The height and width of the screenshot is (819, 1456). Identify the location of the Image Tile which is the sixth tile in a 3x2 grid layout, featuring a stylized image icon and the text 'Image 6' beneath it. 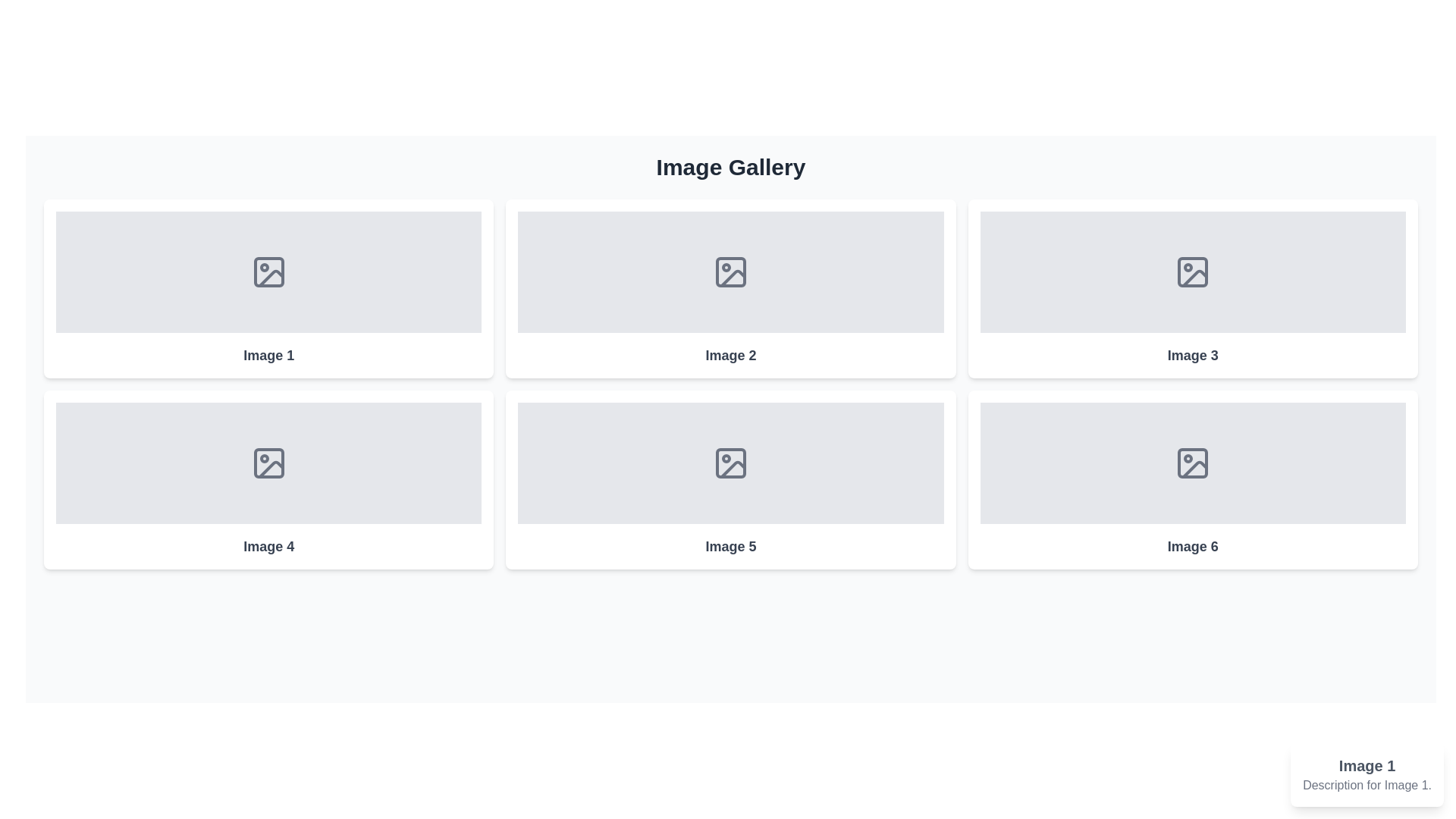
(1192, 479).